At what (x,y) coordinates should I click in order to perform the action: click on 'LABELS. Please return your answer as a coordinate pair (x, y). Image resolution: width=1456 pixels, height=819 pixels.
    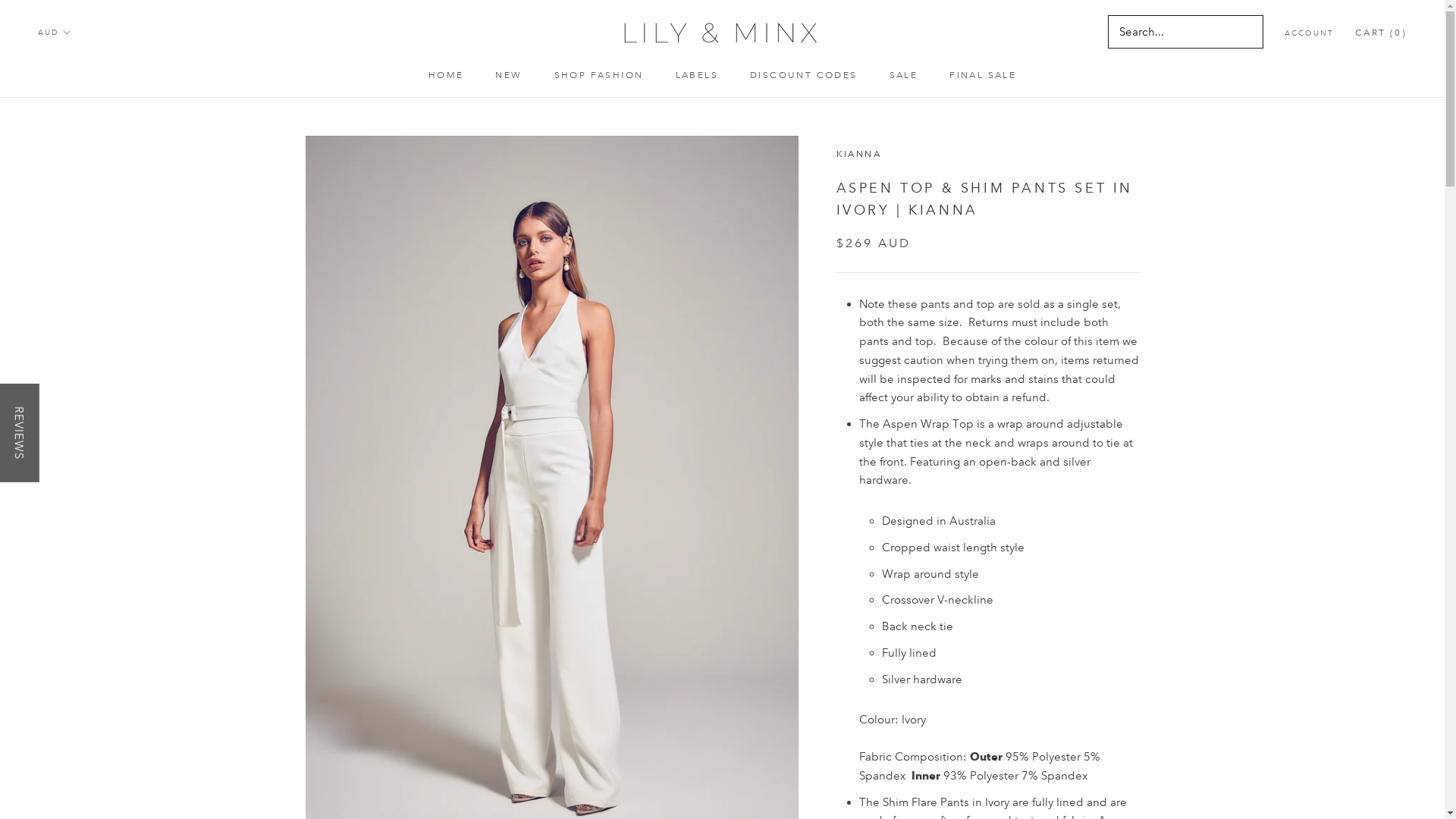
    Looking at the image, I should click on (673, 75).